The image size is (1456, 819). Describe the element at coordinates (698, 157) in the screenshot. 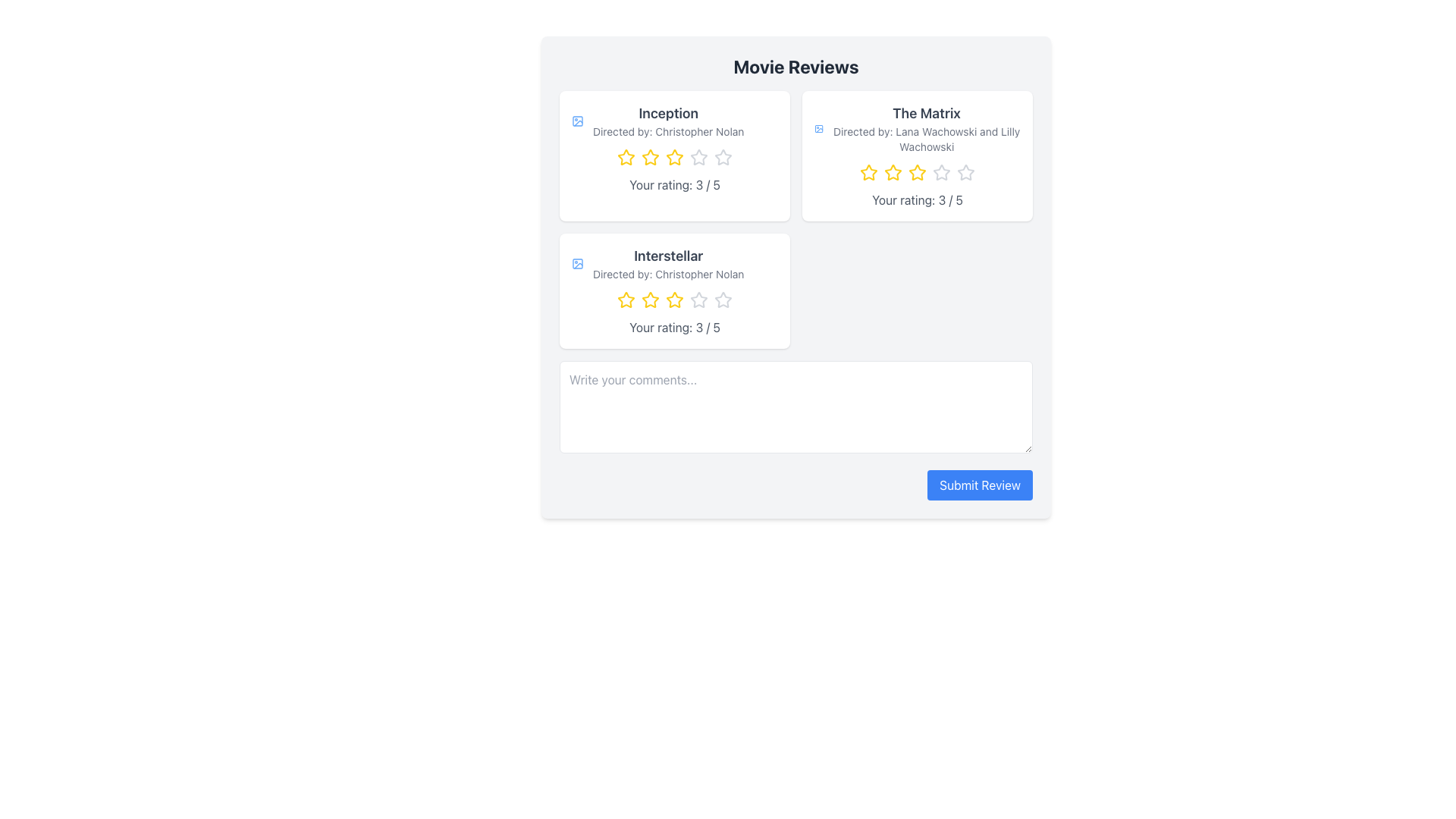

I see `the third star in the star rating system under the 'Inception' review card to rate it` at that location.